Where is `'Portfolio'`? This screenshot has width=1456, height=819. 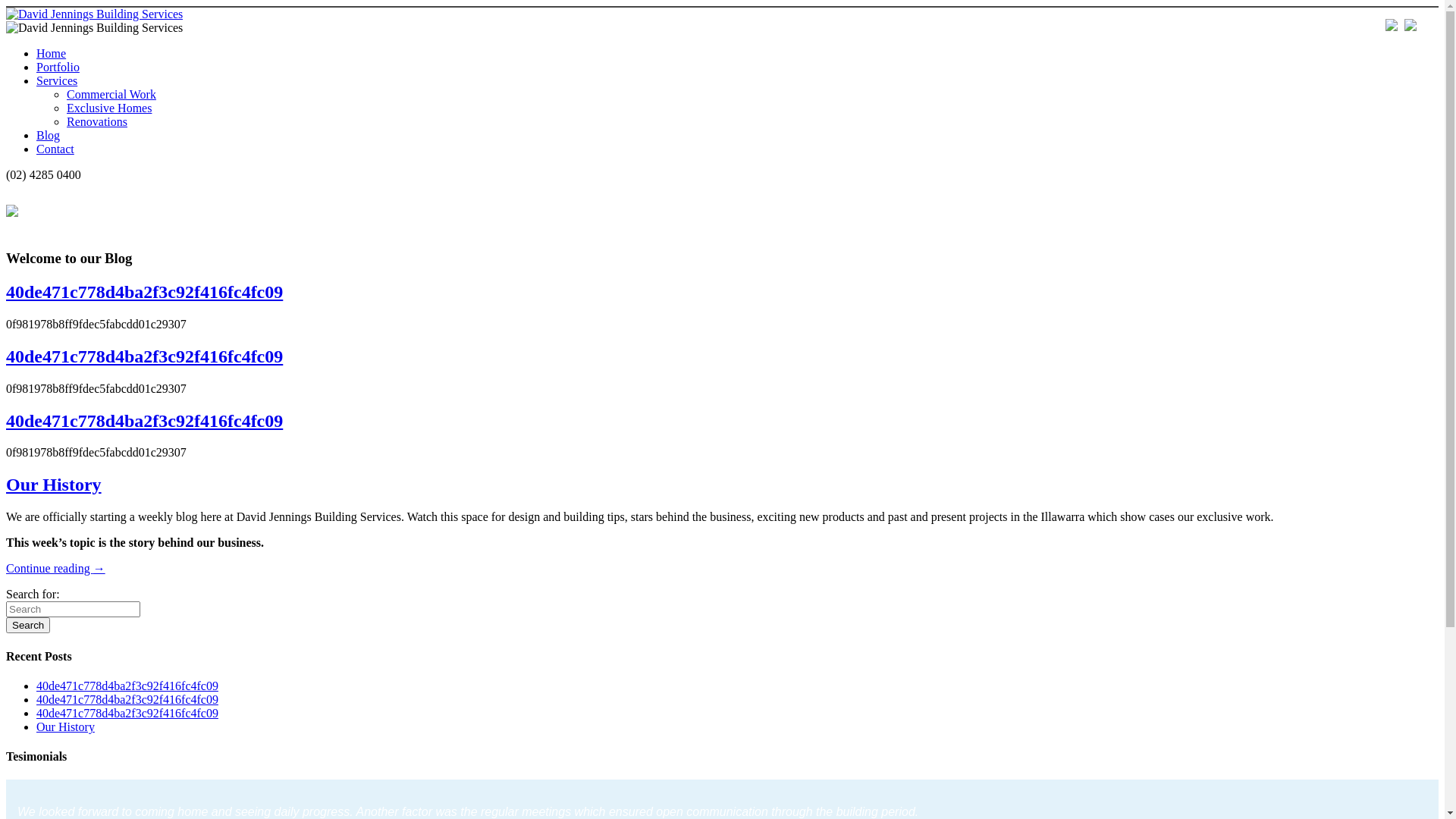
'Portfolio' is located at coordinates (58, 66).